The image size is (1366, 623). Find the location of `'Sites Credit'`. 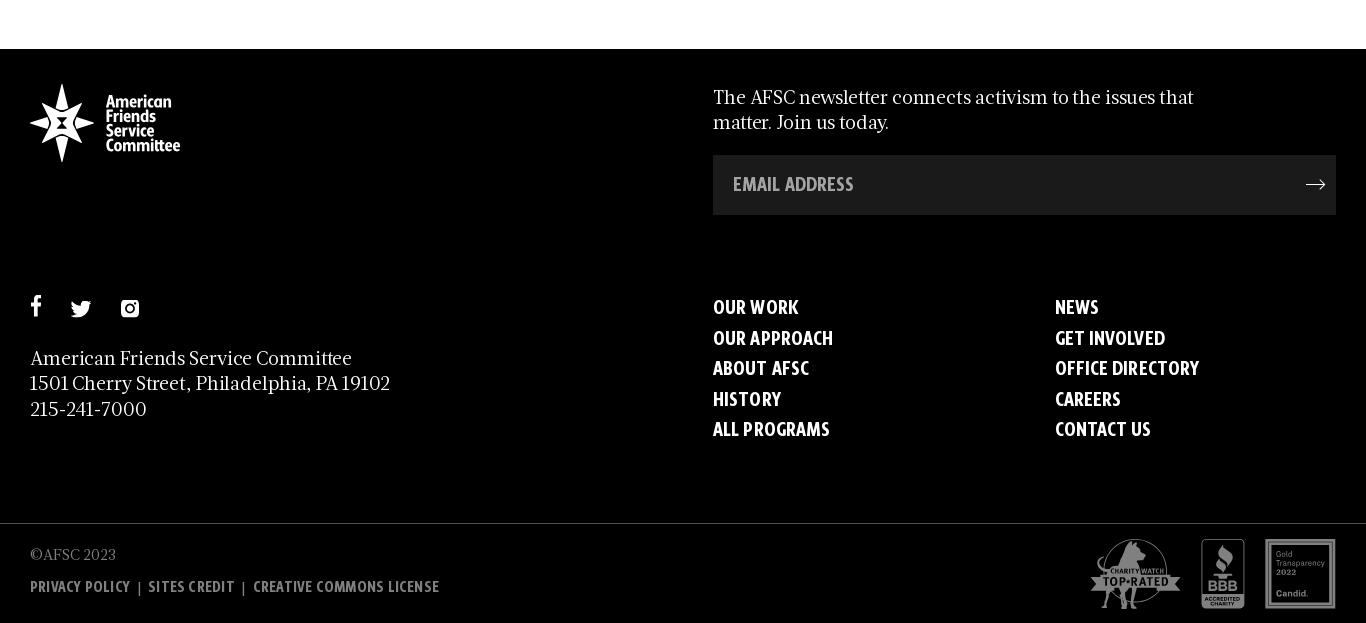

'Sites Credit' is located at coordinates (189, 586).